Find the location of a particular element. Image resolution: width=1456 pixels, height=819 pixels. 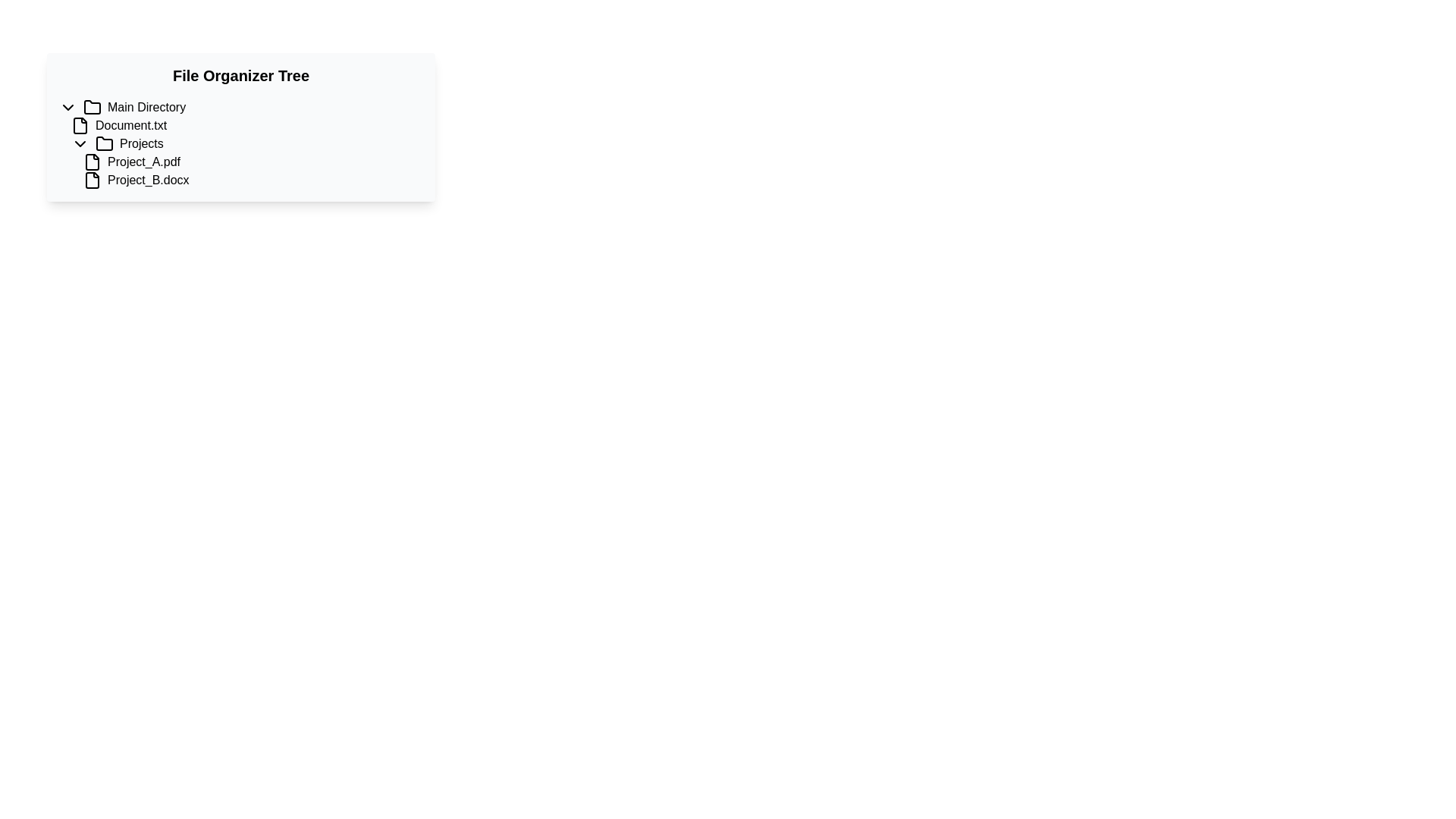

the downward-pointing chevron icon adjacent to the 'Main Directory' text for focus indication is located at coordinates (67, 107).